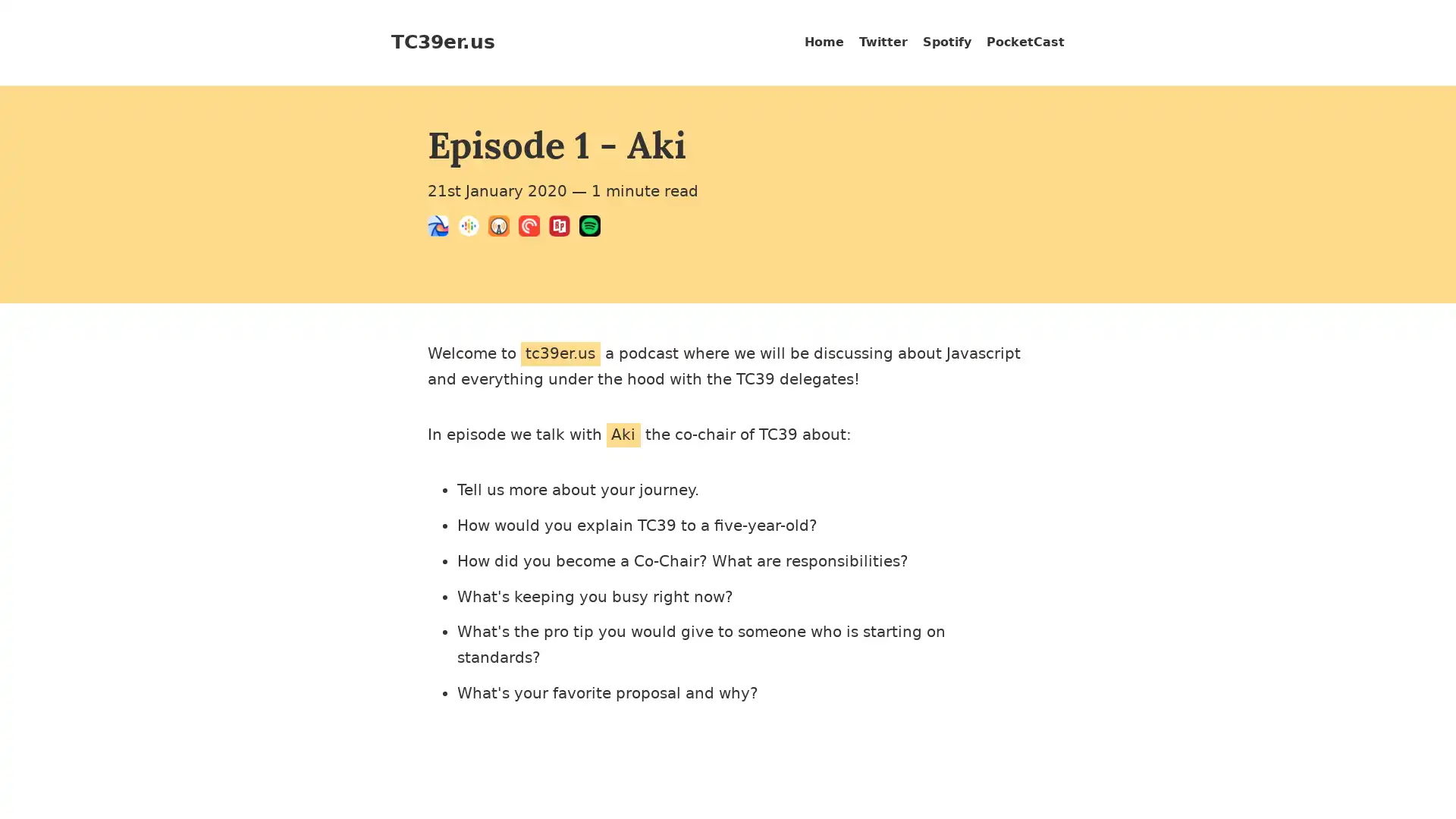 The image size is (1456, 819). I want to click on RadioPublic Logo, so click(563, 228).